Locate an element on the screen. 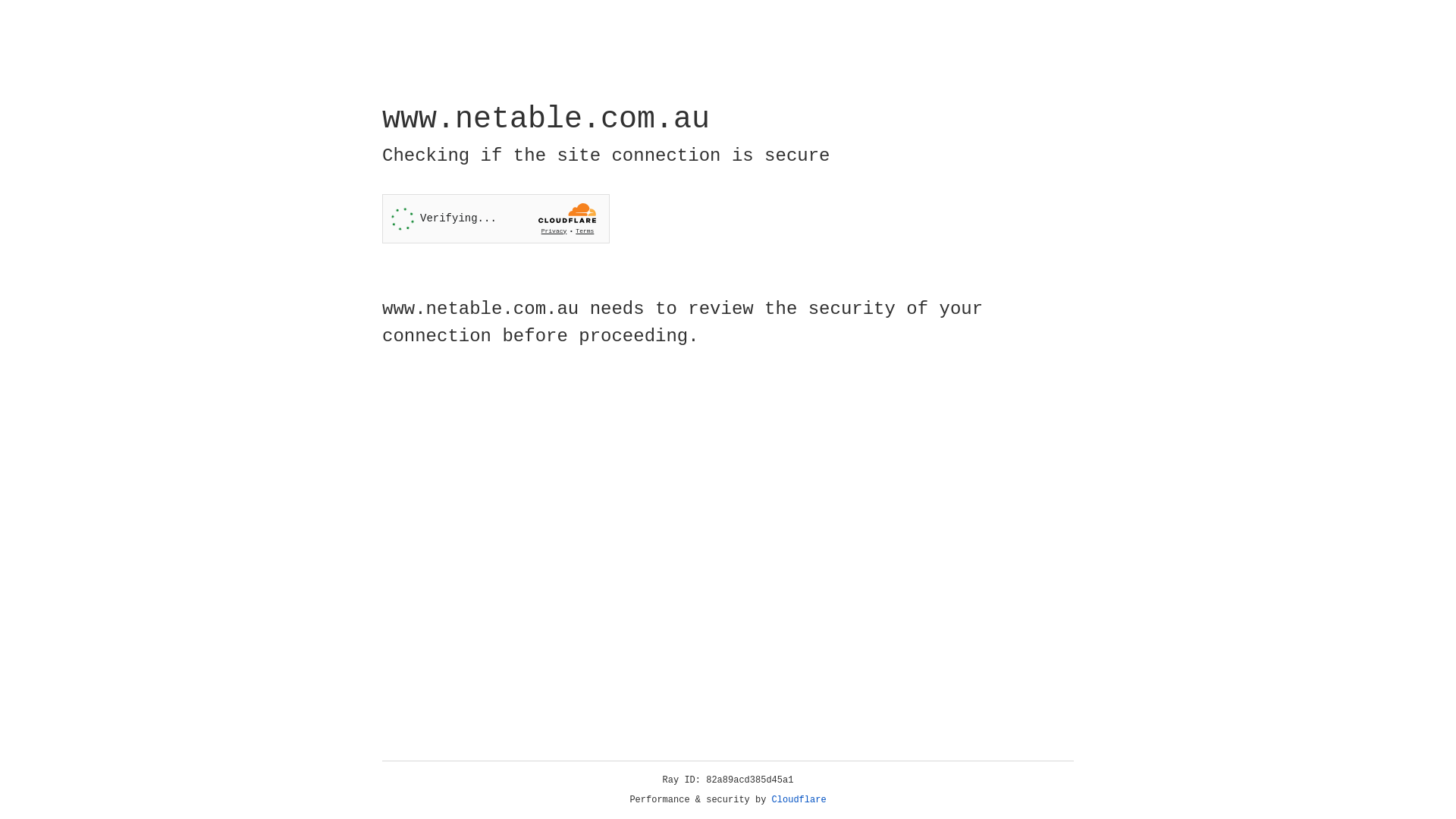 The height and width of the screenshot is (819, 1456). 'Cloudflare' is located at coordinates (799, 799).